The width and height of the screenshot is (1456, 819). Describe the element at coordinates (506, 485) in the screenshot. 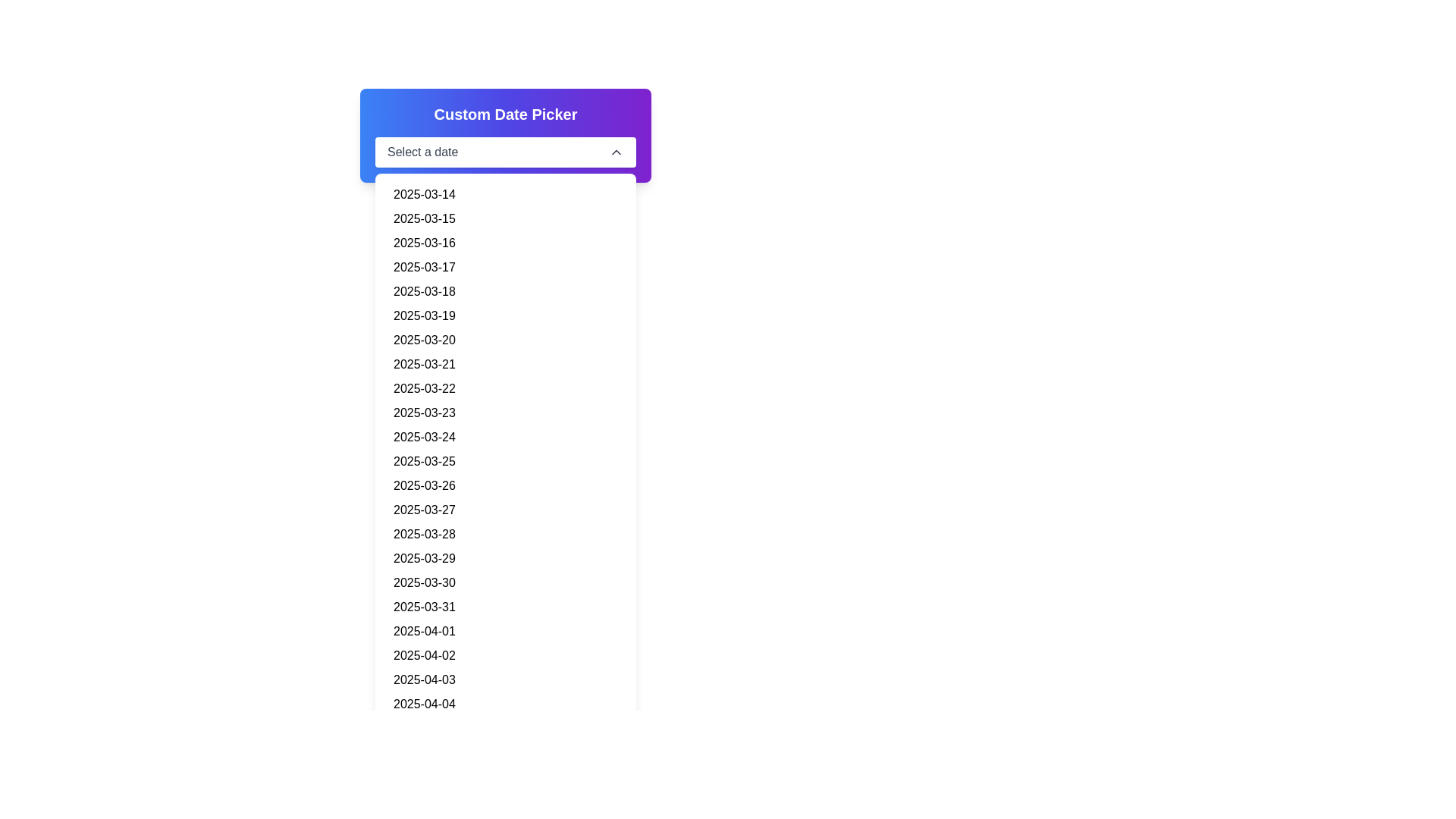

I see `the thirteenth selectable date option in the dropdown list` at that location.